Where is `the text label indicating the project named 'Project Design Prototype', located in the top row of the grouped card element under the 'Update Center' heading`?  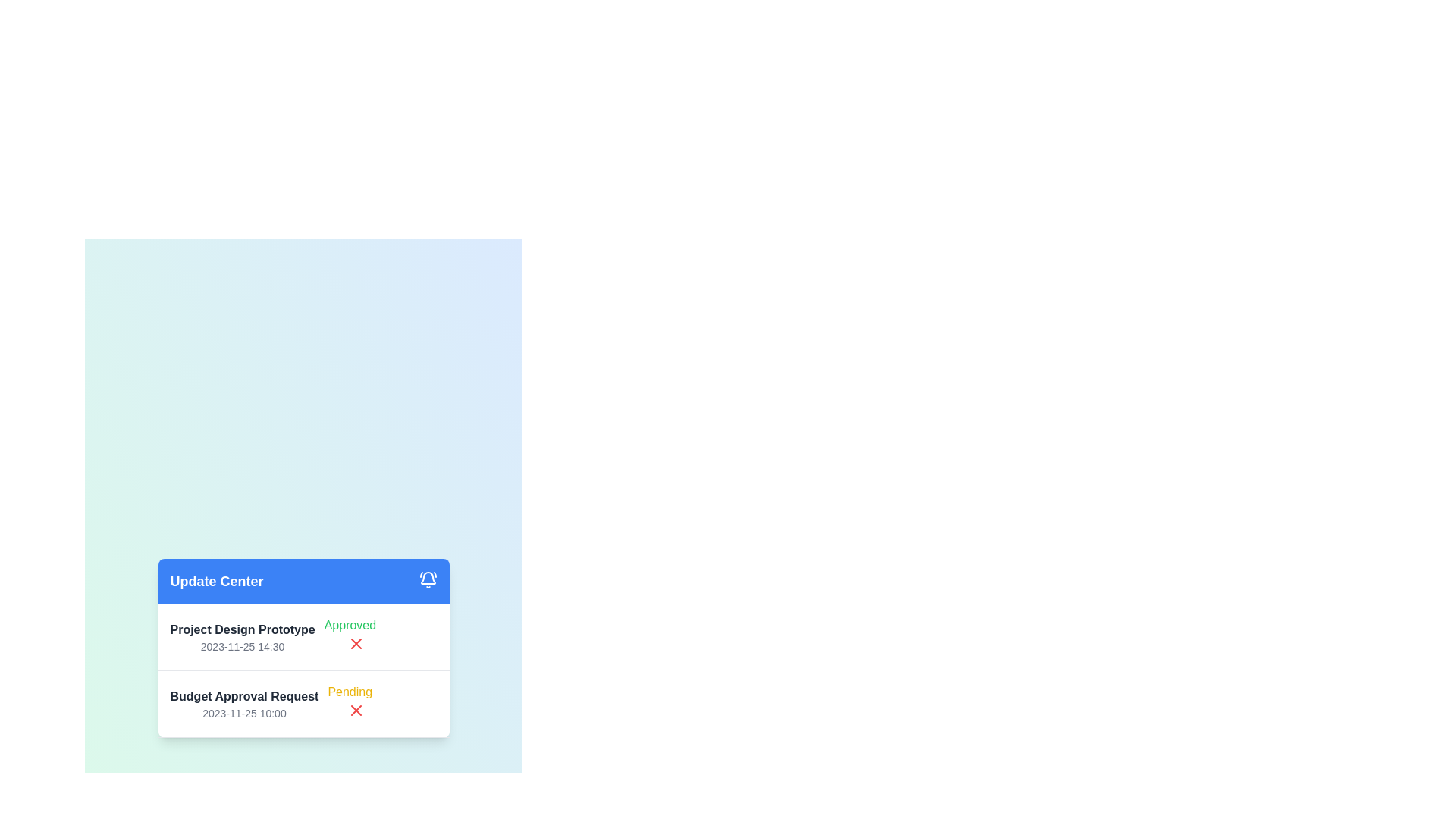
the text label indicating the project named 'Project Design Prototype', located in the top row of the grouped card element under the 'Update Center' heading is located at coordinates (243, 629).